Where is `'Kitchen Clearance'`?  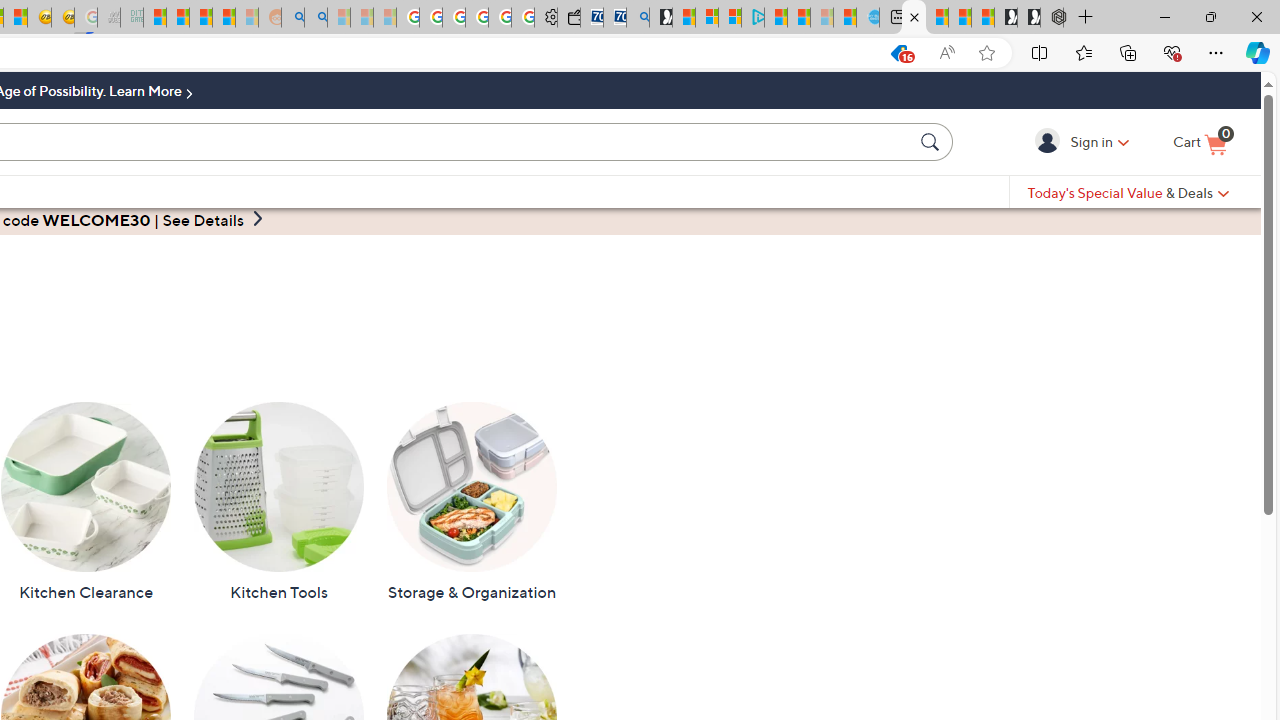 'Kitchen Clearance' is located at coordinates (85, 501).